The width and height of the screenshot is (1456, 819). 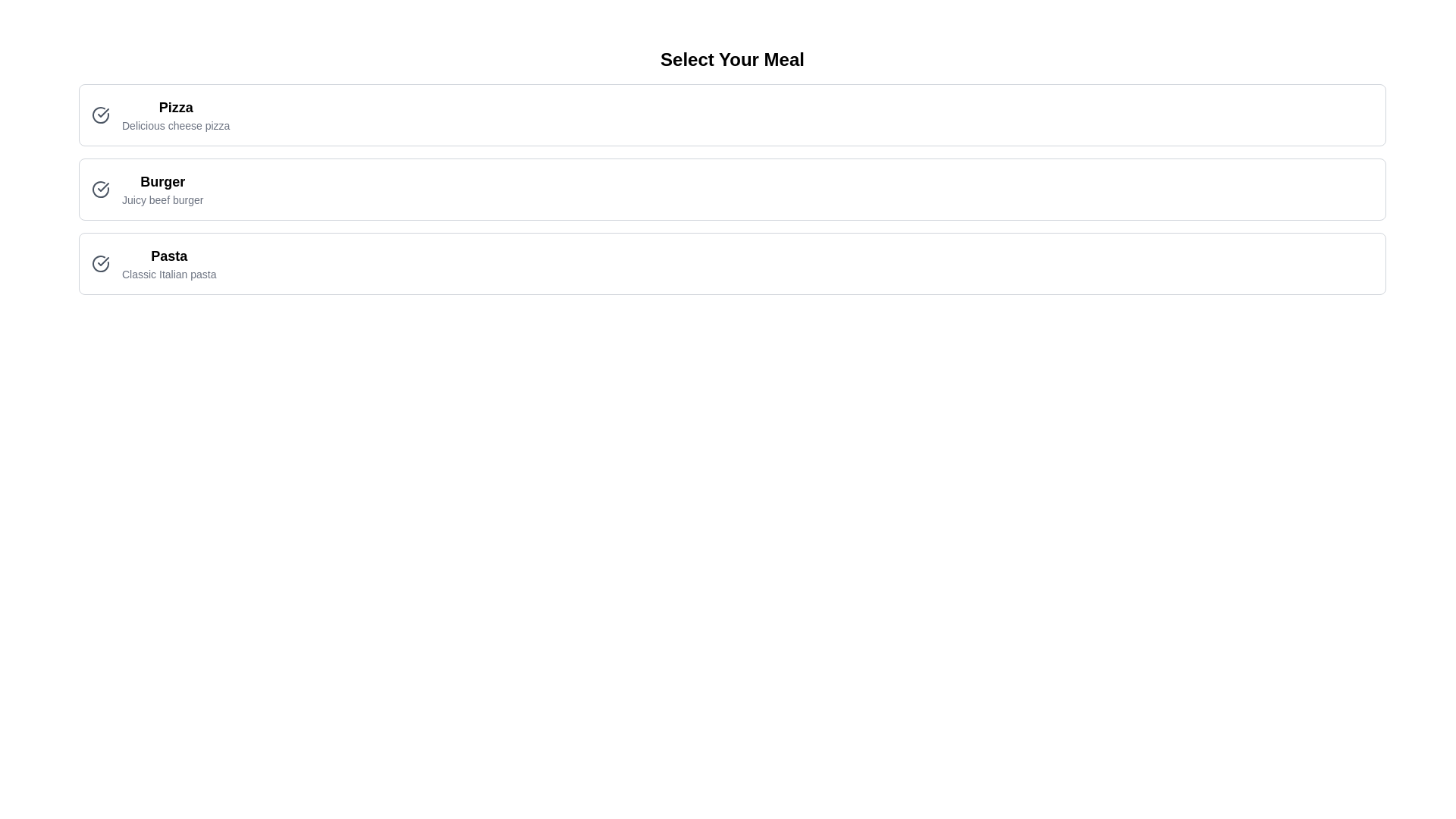 What do you see at coordinates (169, 256) in the screenshot?
I see `the text label 'Pasta', which is styled in a large and bold font and is the main label of the third section in a vertical list of options` at bounding box center [169, 256].